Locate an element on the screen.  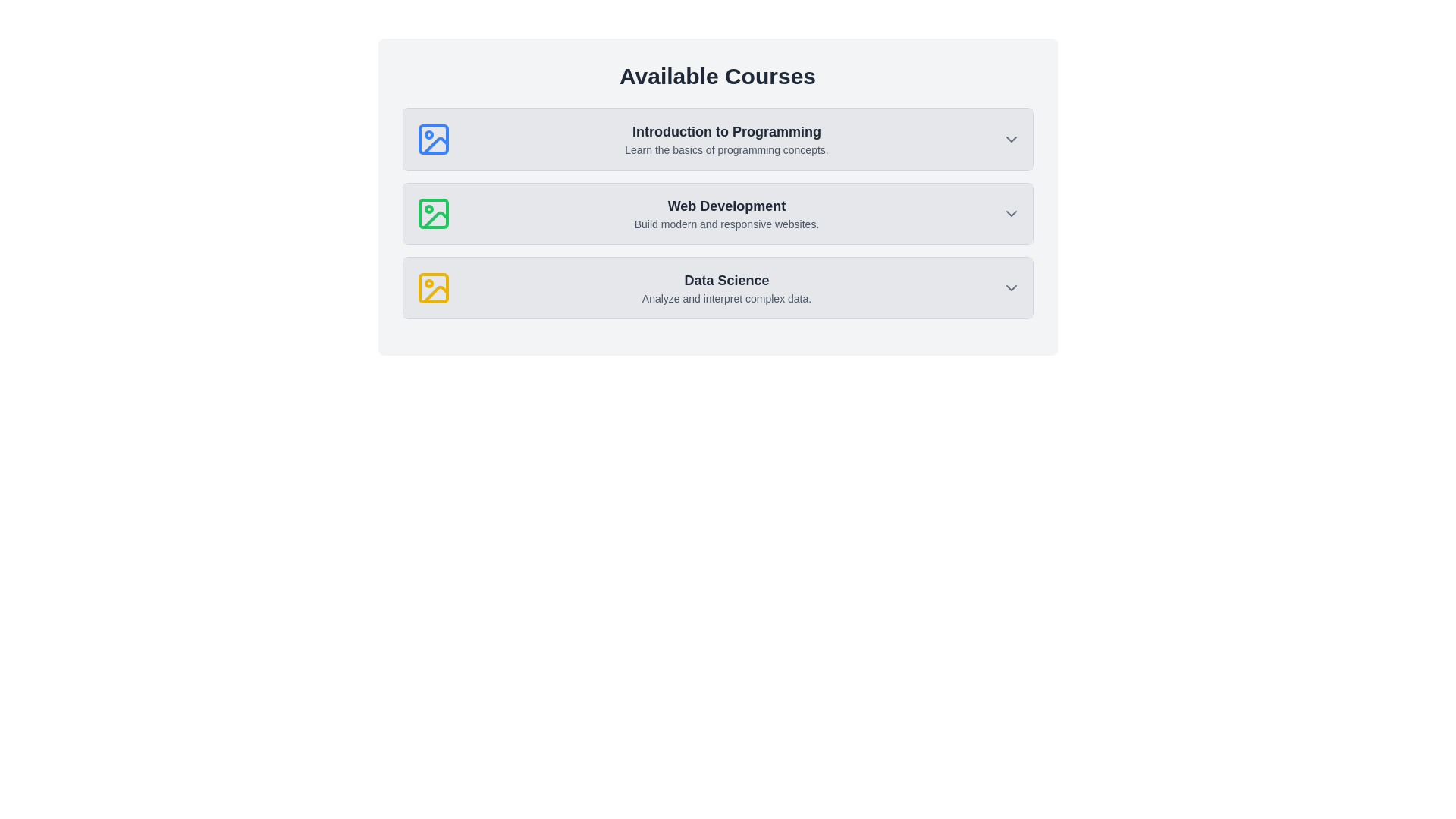
the green-outlined rectangle representing the 'Web Development' theme in the course icon, which is the second option in the vertical list of courses is located at coordinates (432, 213).